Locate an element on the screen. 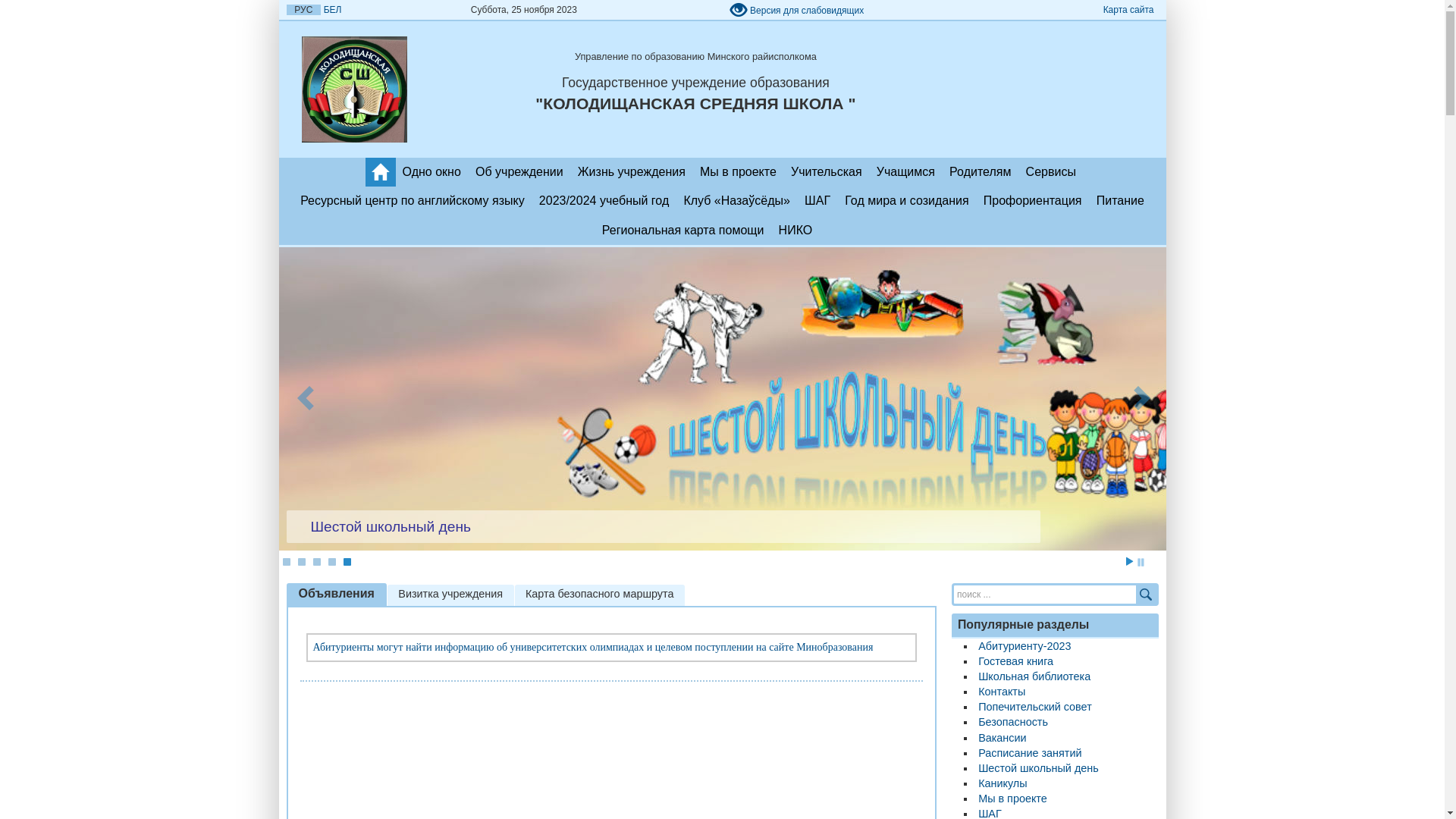  '3' is located at coordinates (315, 561).